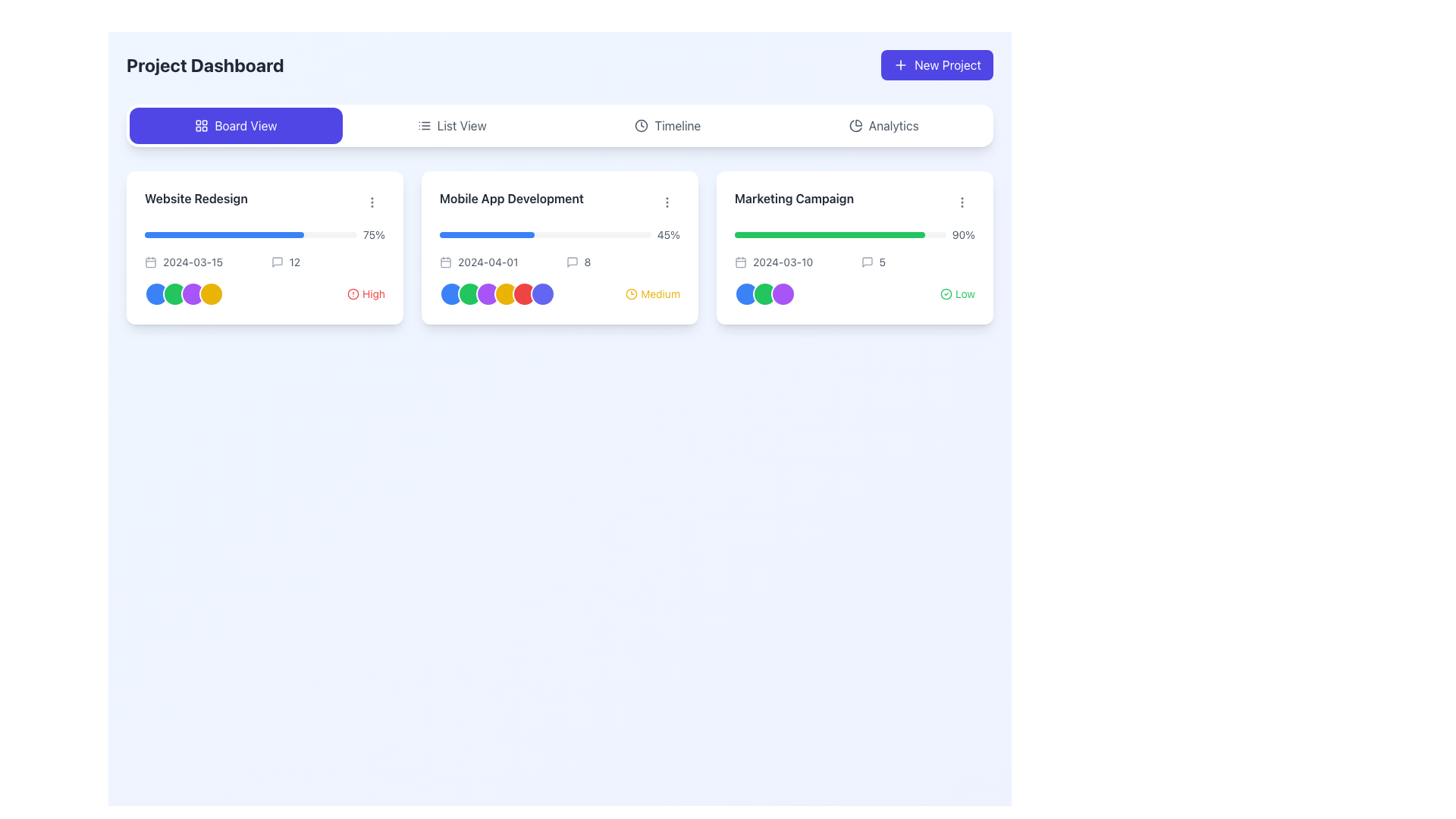  I want to click on percentage displayed on the text label located at the rightmost end of the horizontal progress bar within the 'Marketing Campaign' card, so click(962, 234).